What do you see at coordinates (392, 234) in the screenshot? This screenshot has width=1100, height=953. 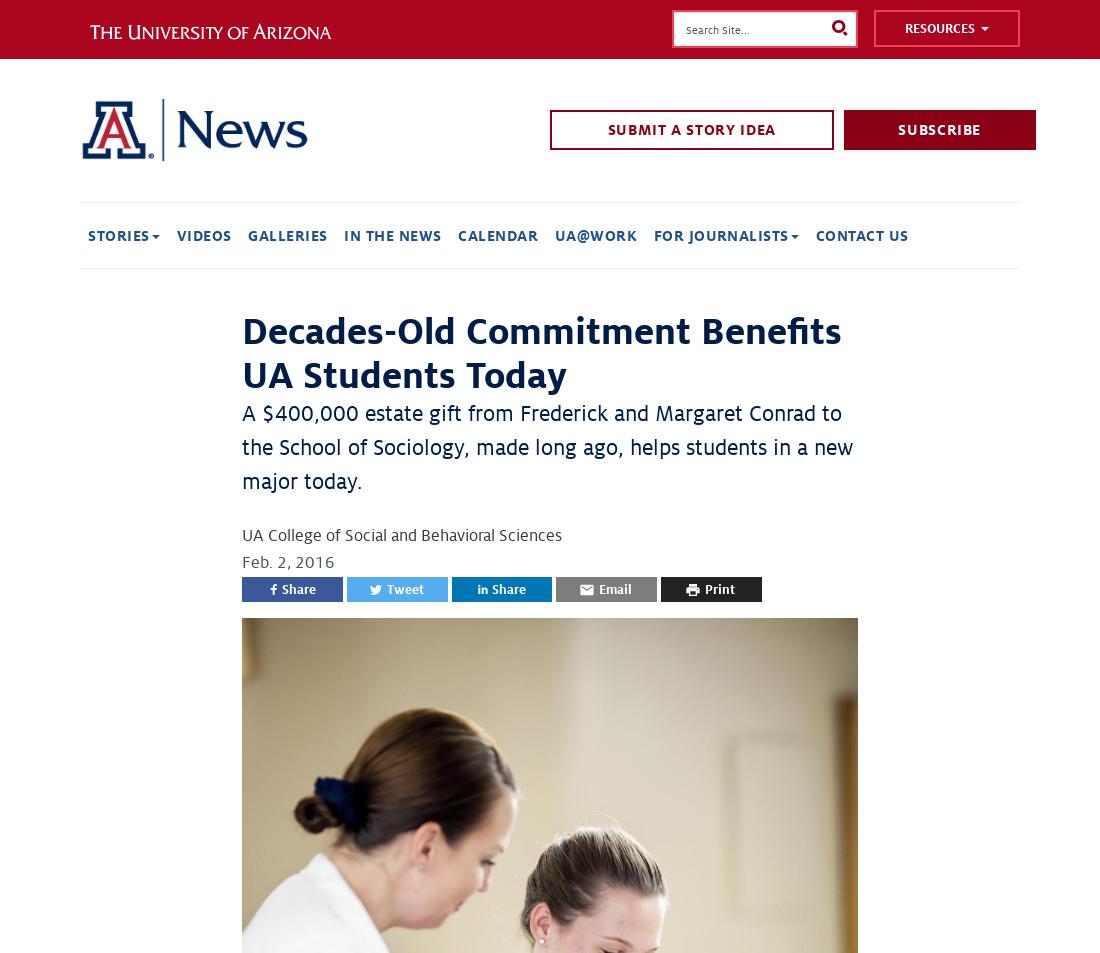 I see `'In the News'` at bounding box center [392, 234].